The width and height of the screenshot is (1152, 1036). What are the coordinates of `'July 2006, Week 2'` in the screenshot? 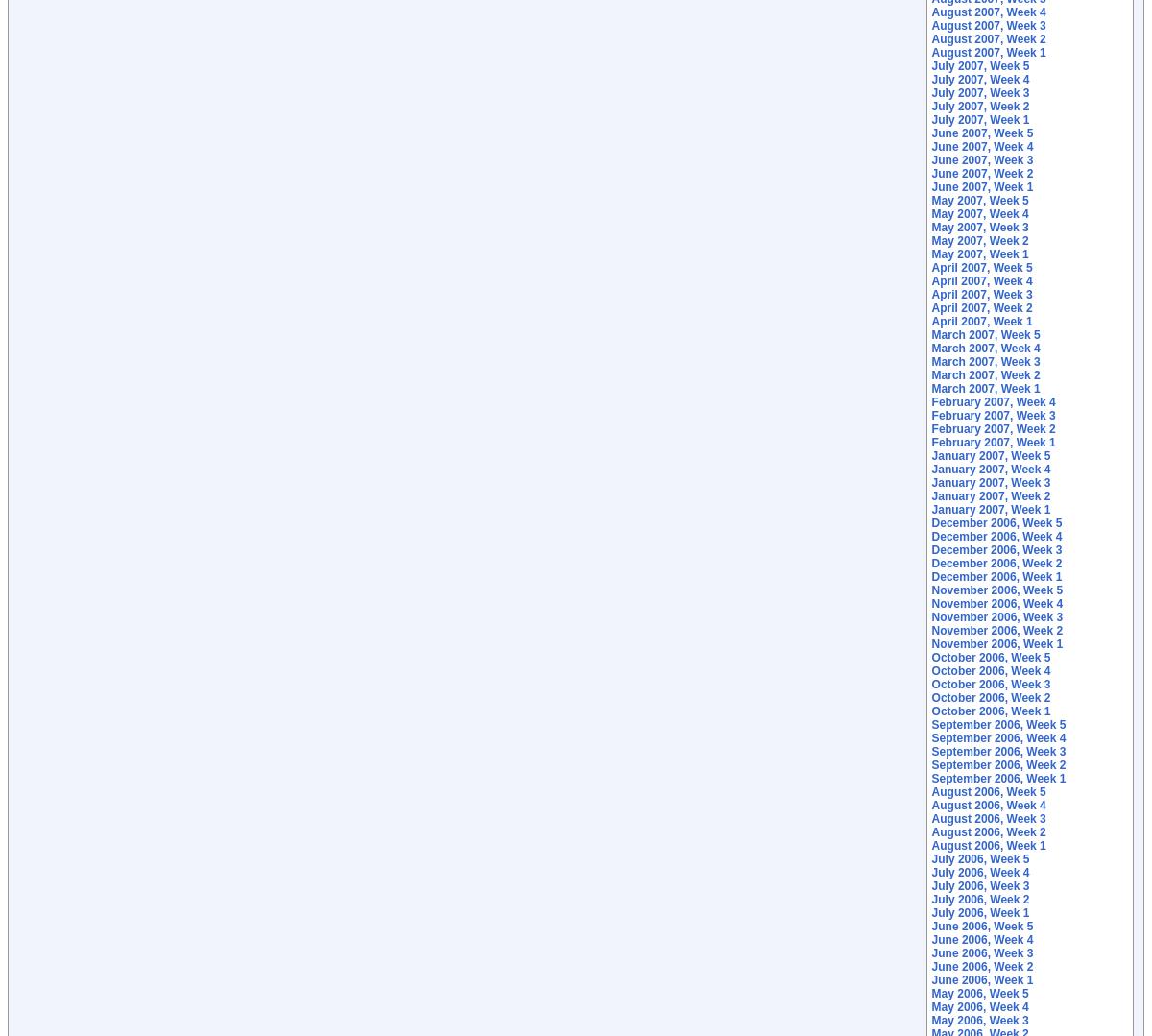 It's located at (979, 900).